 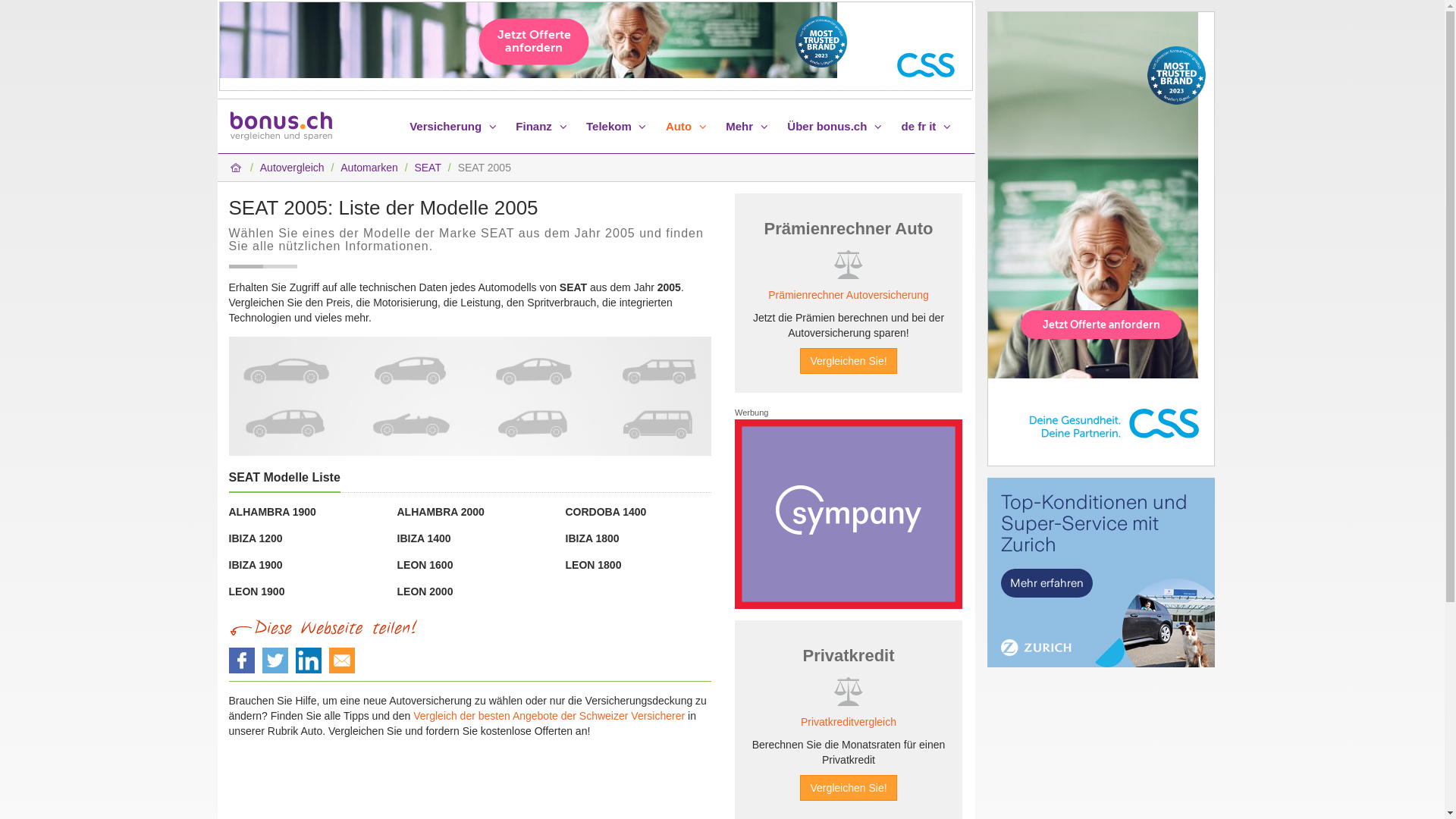 What do you see at coordinates (687, 125) in the screenshot?
I see `'Auto'` at bounding box center [687, 125].